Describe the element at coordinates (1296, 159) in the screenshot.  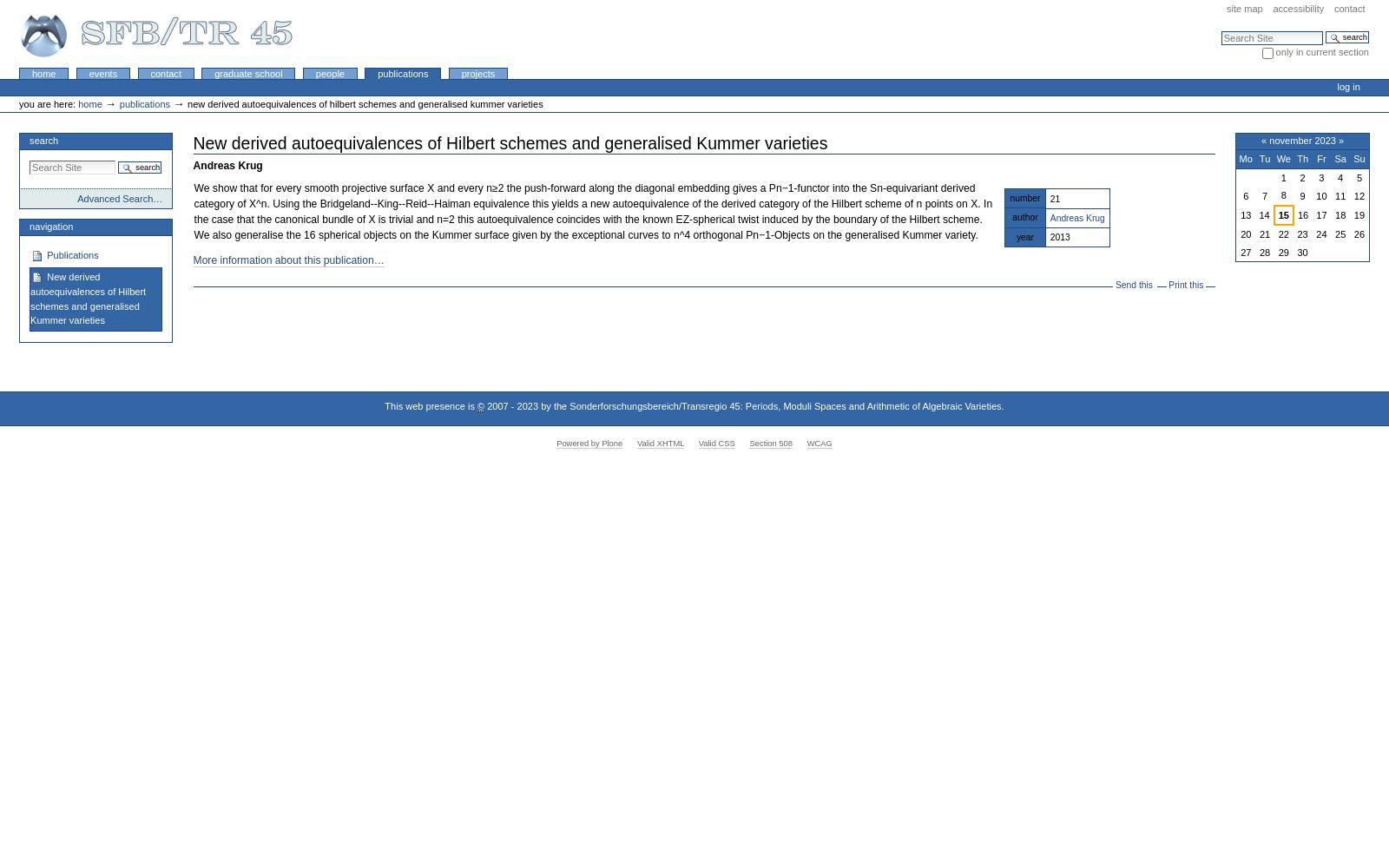
I see `'Th'` at that location.